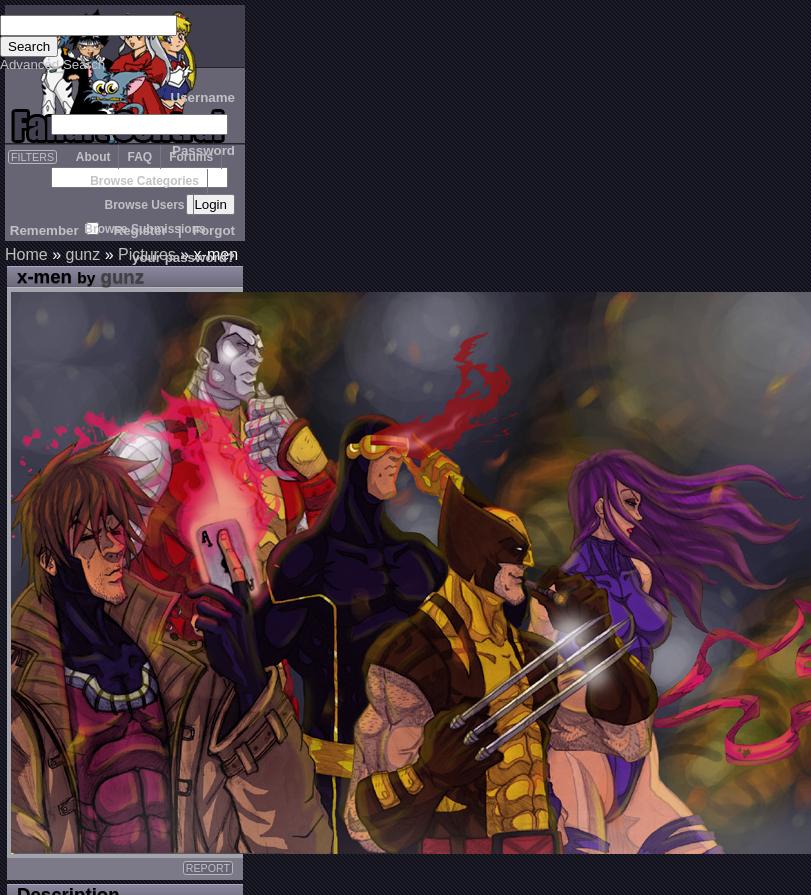 This screenshot has height=895, width=811. What do you see at coordinates (207, 866) in the screenshot?
I see `'REPORT'` at bounding box center [207, 866].